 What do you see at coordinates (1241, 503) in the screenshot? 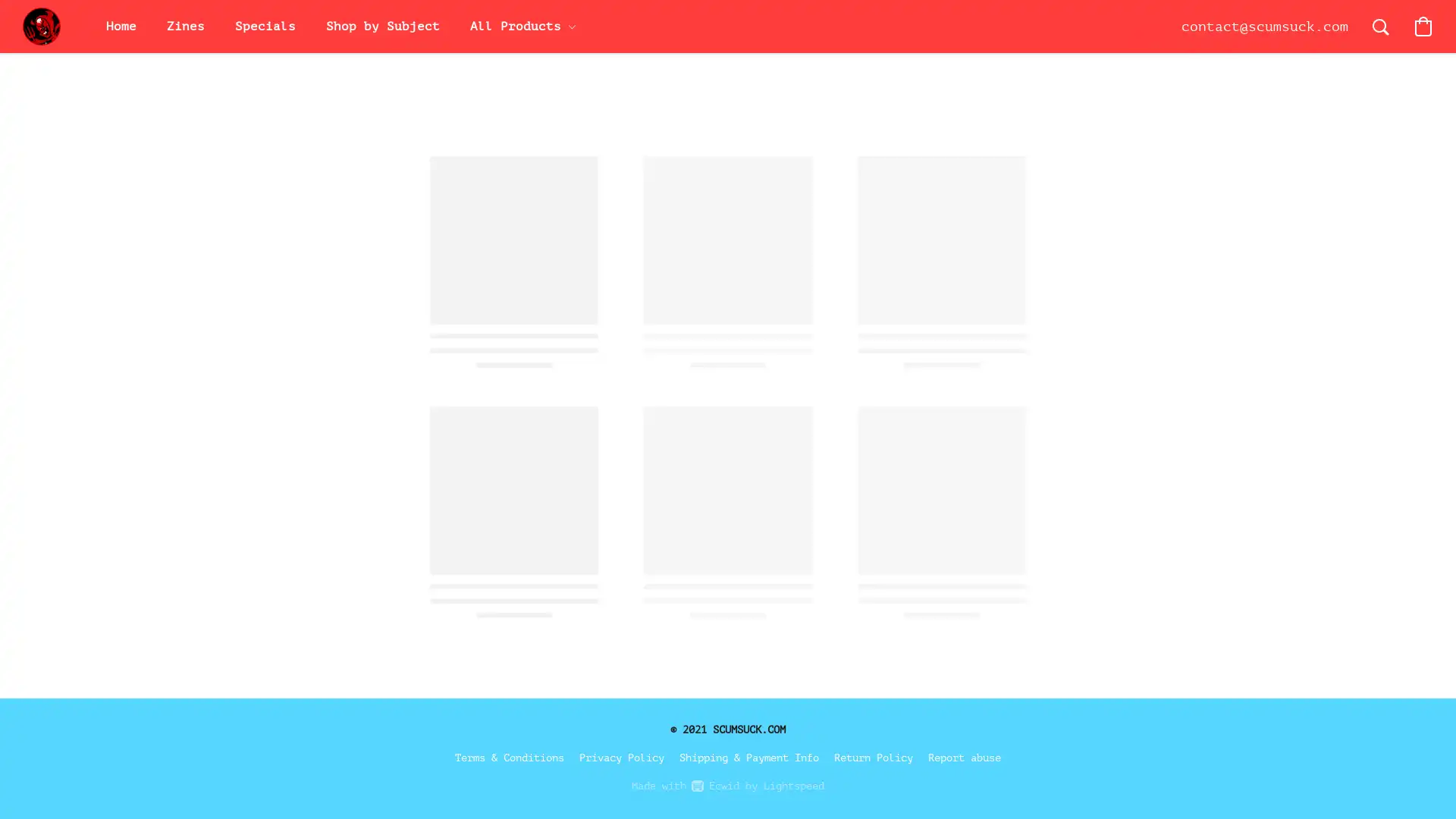
I see `Accept All Cookies` at bounding box center [1241, 503].